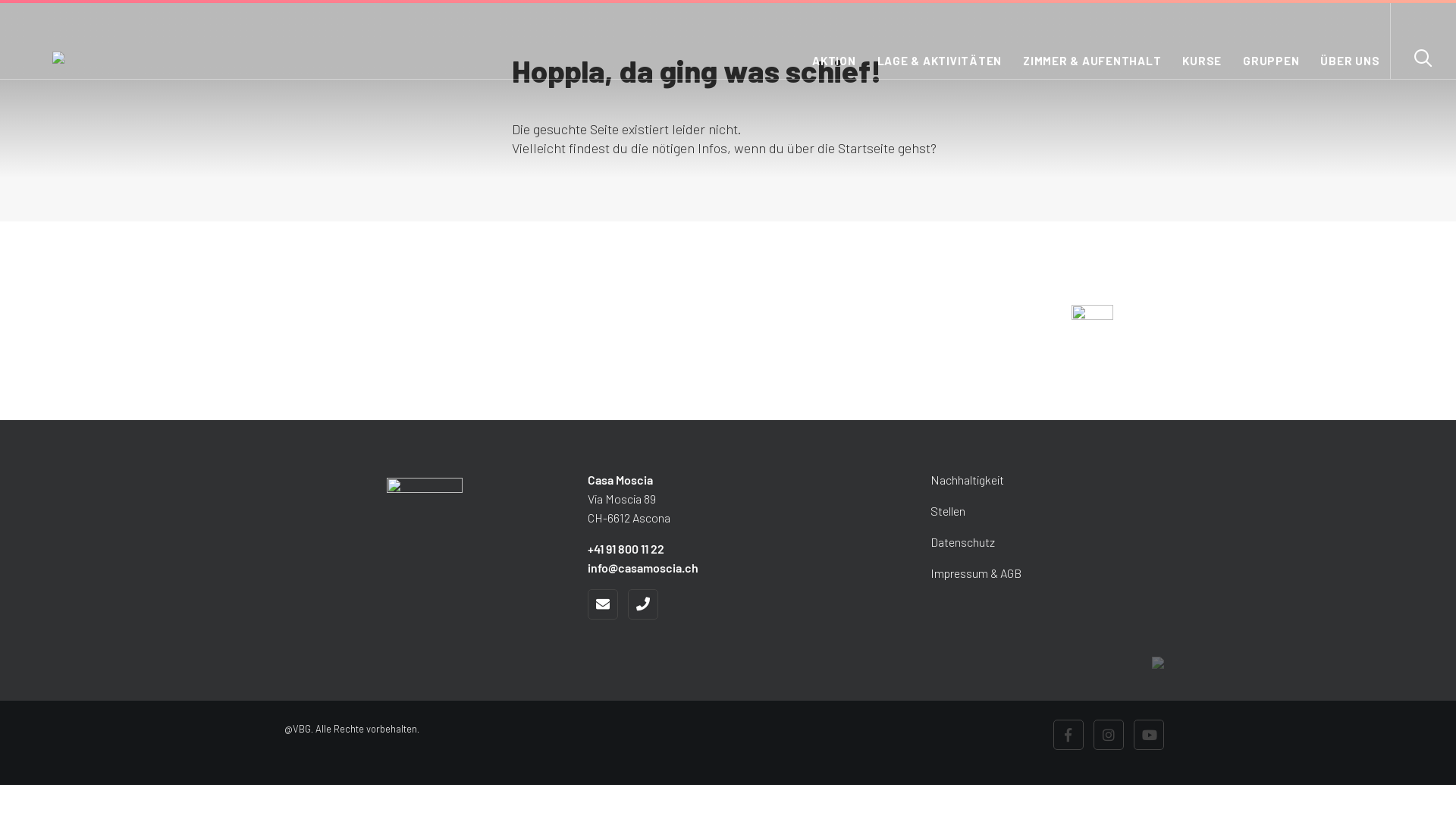  Describe the element at coordinates (927, 510) in the screenshot. I see `'Stellen'` at that location.